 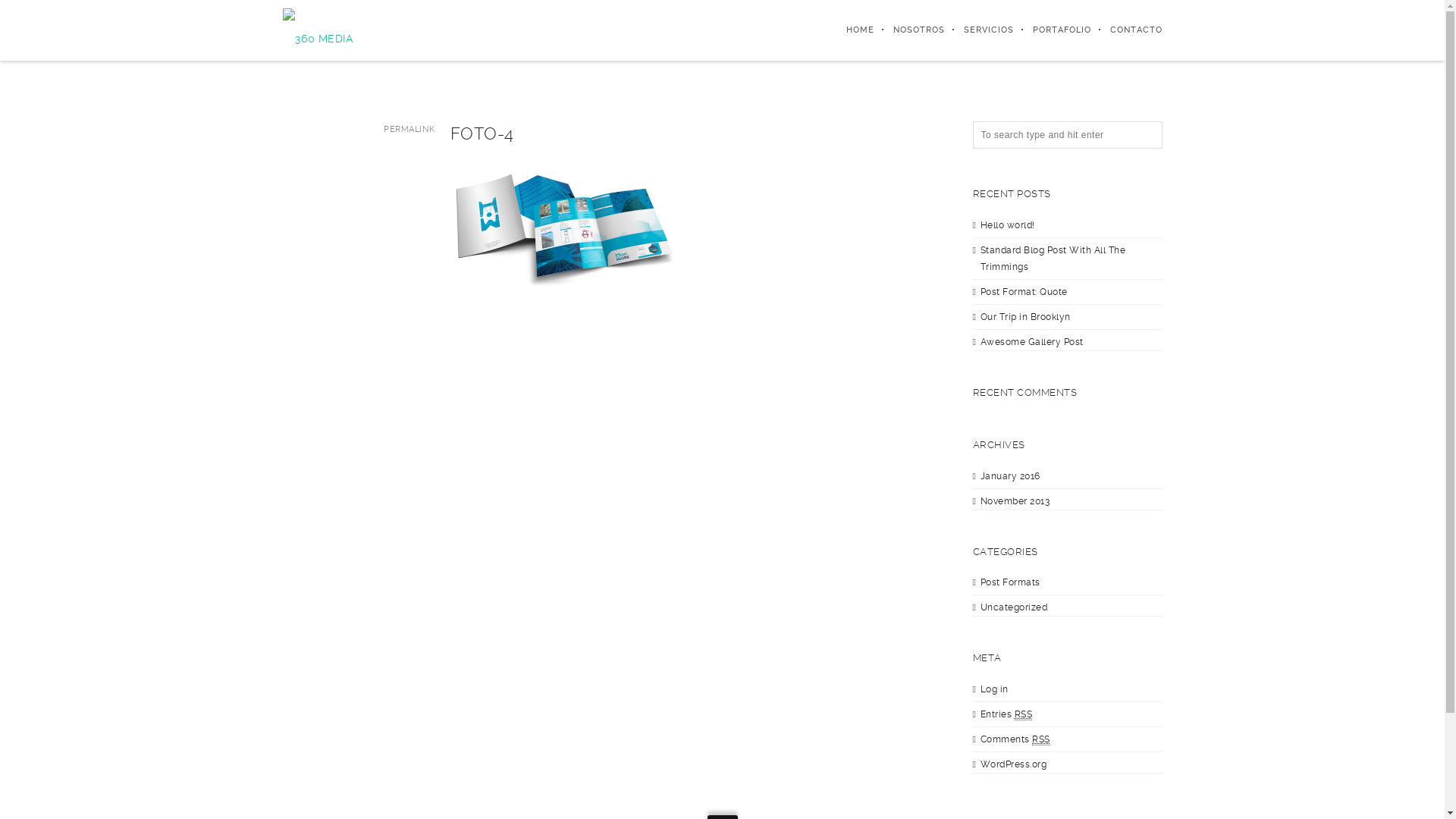 I want to click on 'Uncategorized', so click(x=1013, y=607).